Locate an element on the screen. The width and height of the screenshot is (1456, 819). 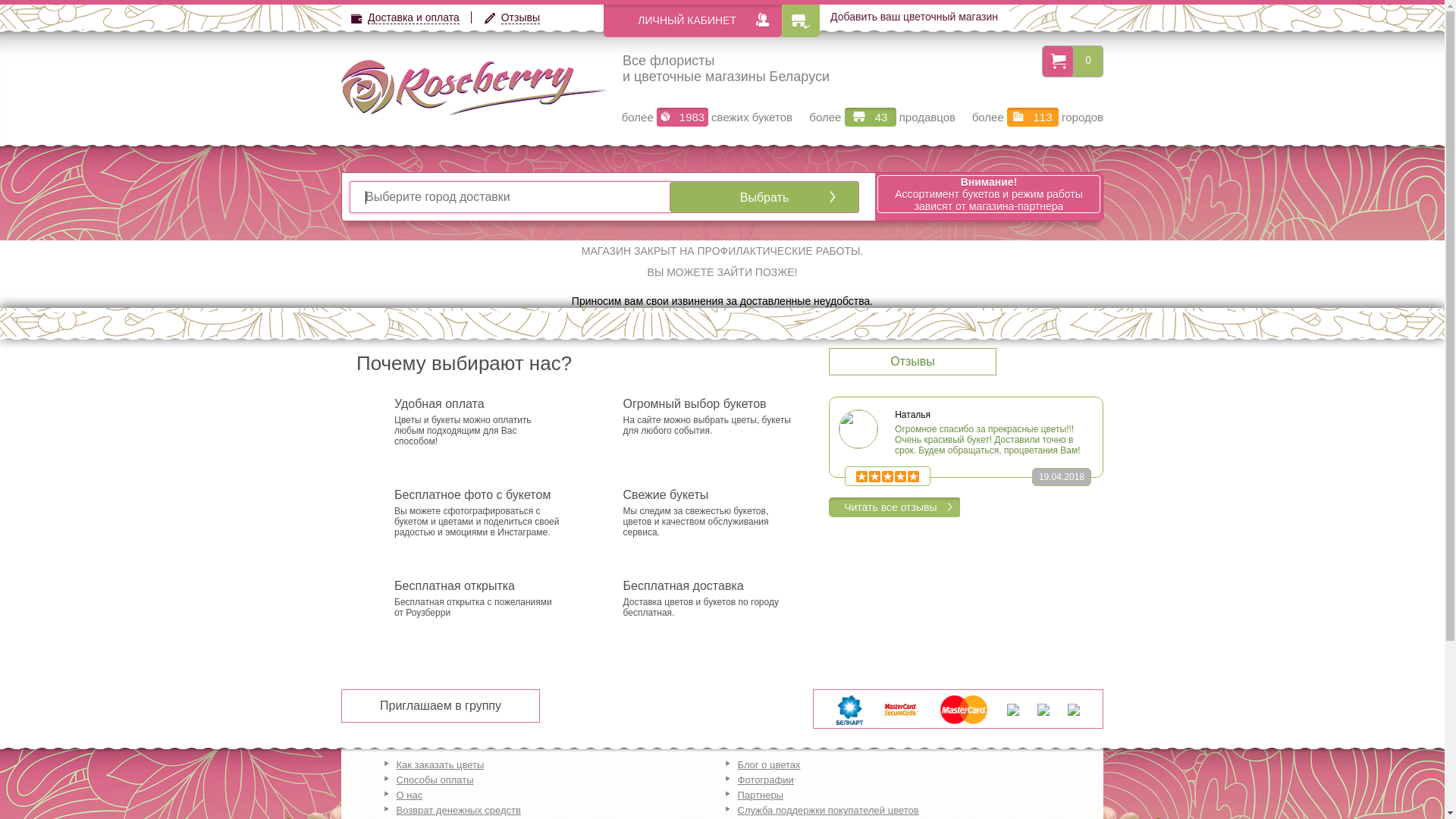
'0' is located at coordinates (1087, 58).